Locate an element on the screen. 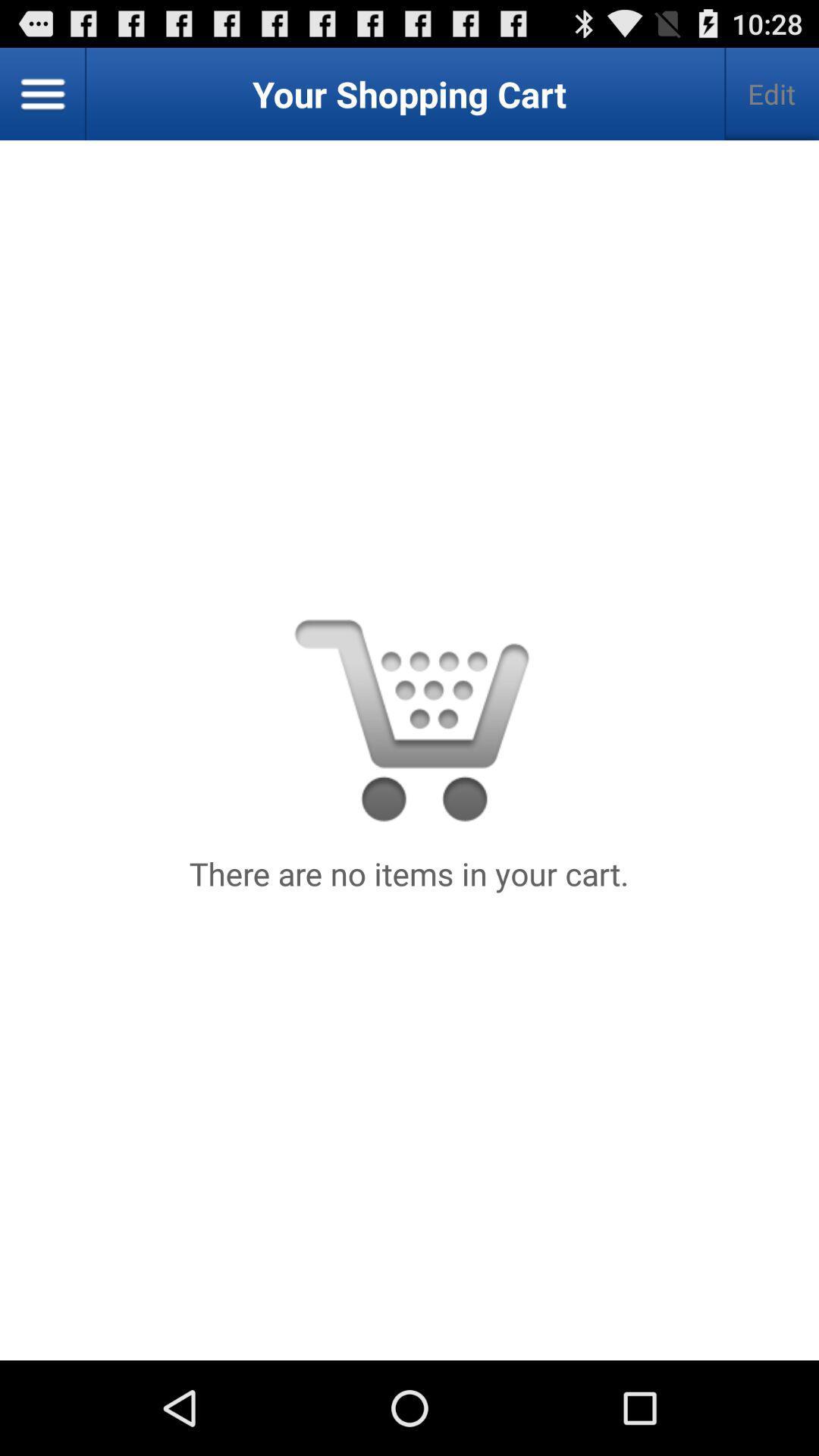  the item to the left of edit is located at coordinates (42, 93).